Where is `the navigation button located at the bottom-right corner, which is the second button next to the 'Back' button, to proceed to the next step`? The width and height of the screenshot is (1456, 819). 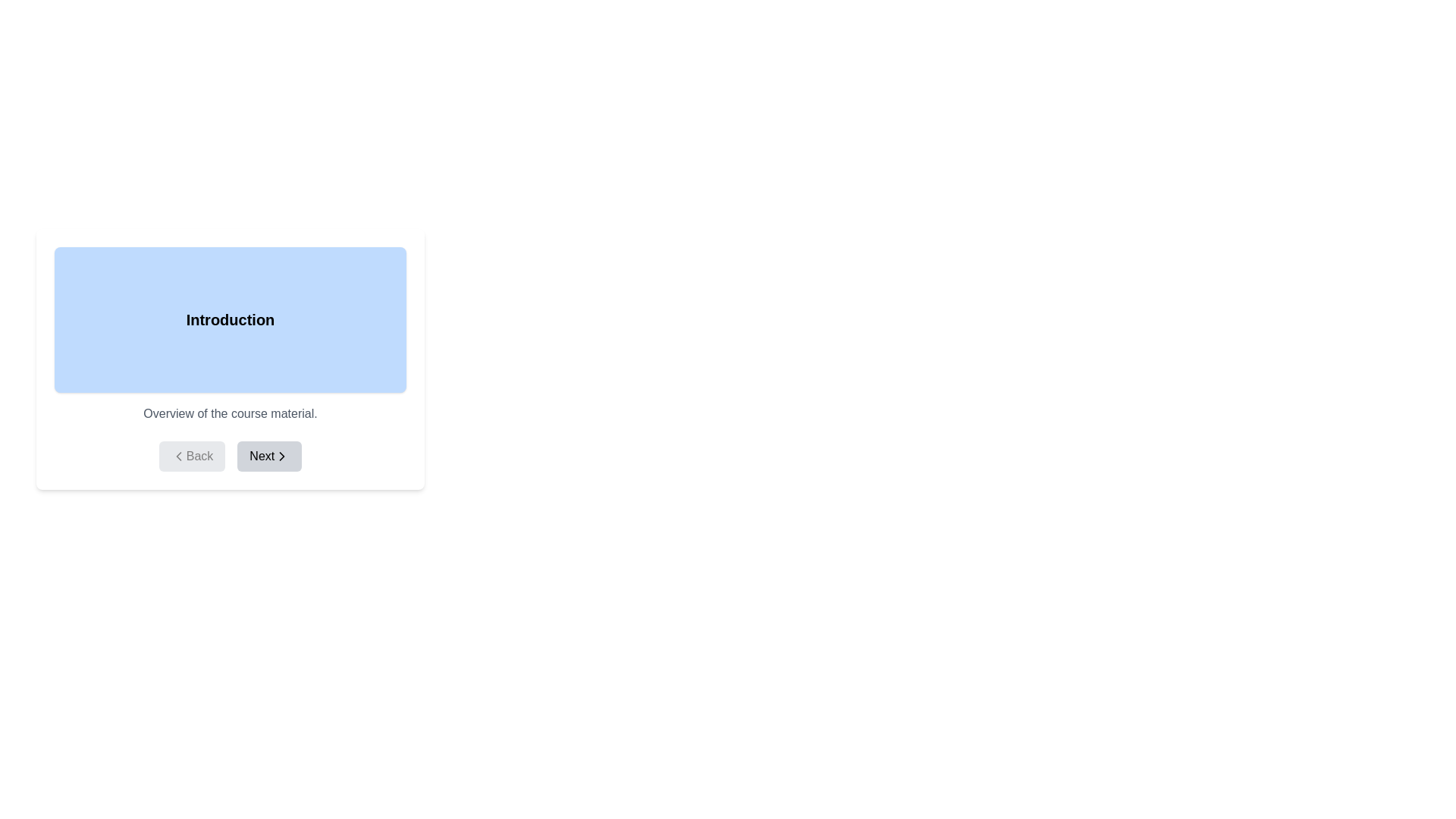 the navigation button located at the bottom-right corner, which is the second button next to the 'Back' button, to proceed to the next step is located at coordinates (269, 455).